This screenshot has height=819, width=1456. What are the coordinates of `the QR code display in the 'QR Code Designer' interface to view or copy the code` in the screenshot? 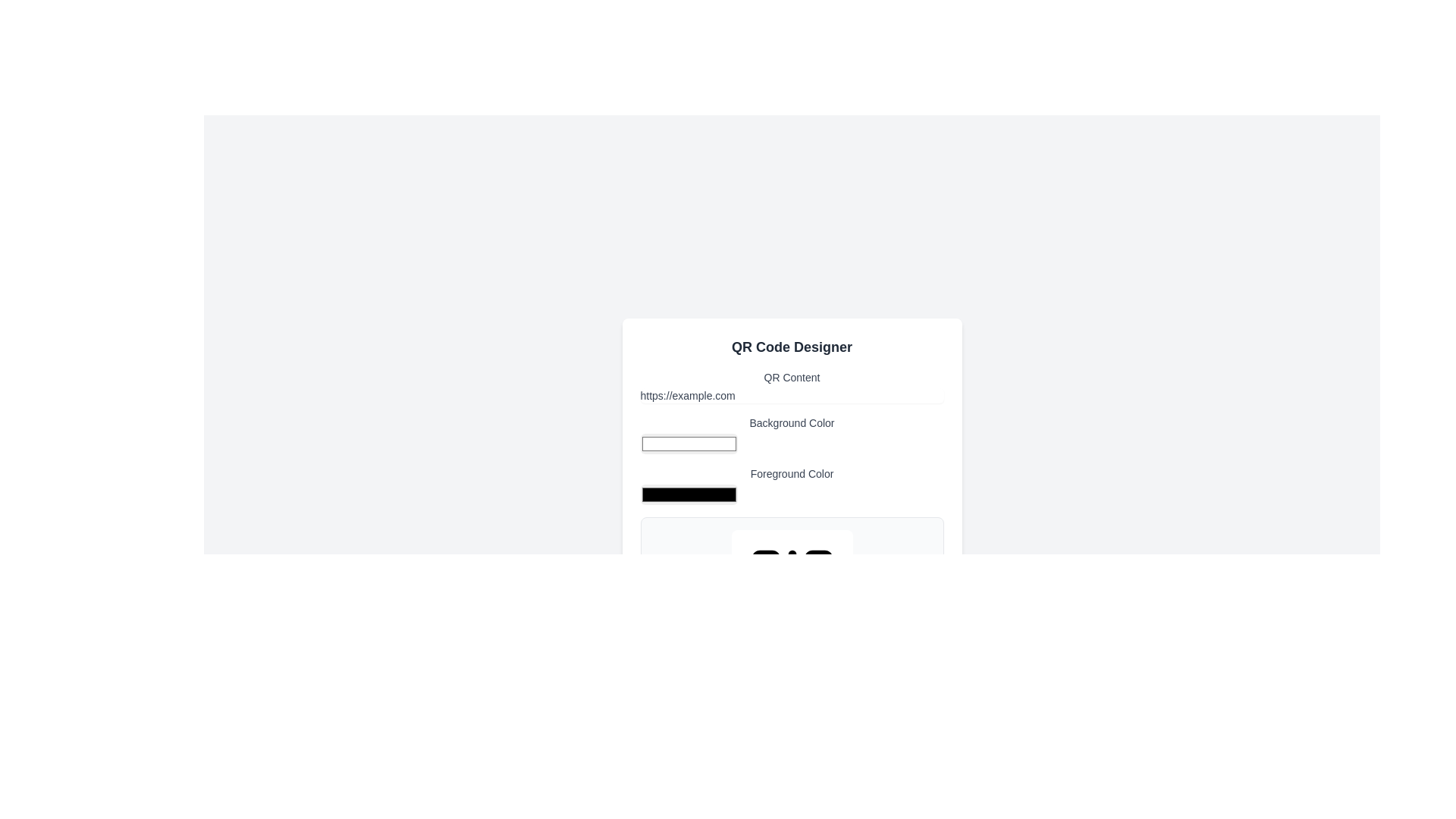 It's located at (791, 516).